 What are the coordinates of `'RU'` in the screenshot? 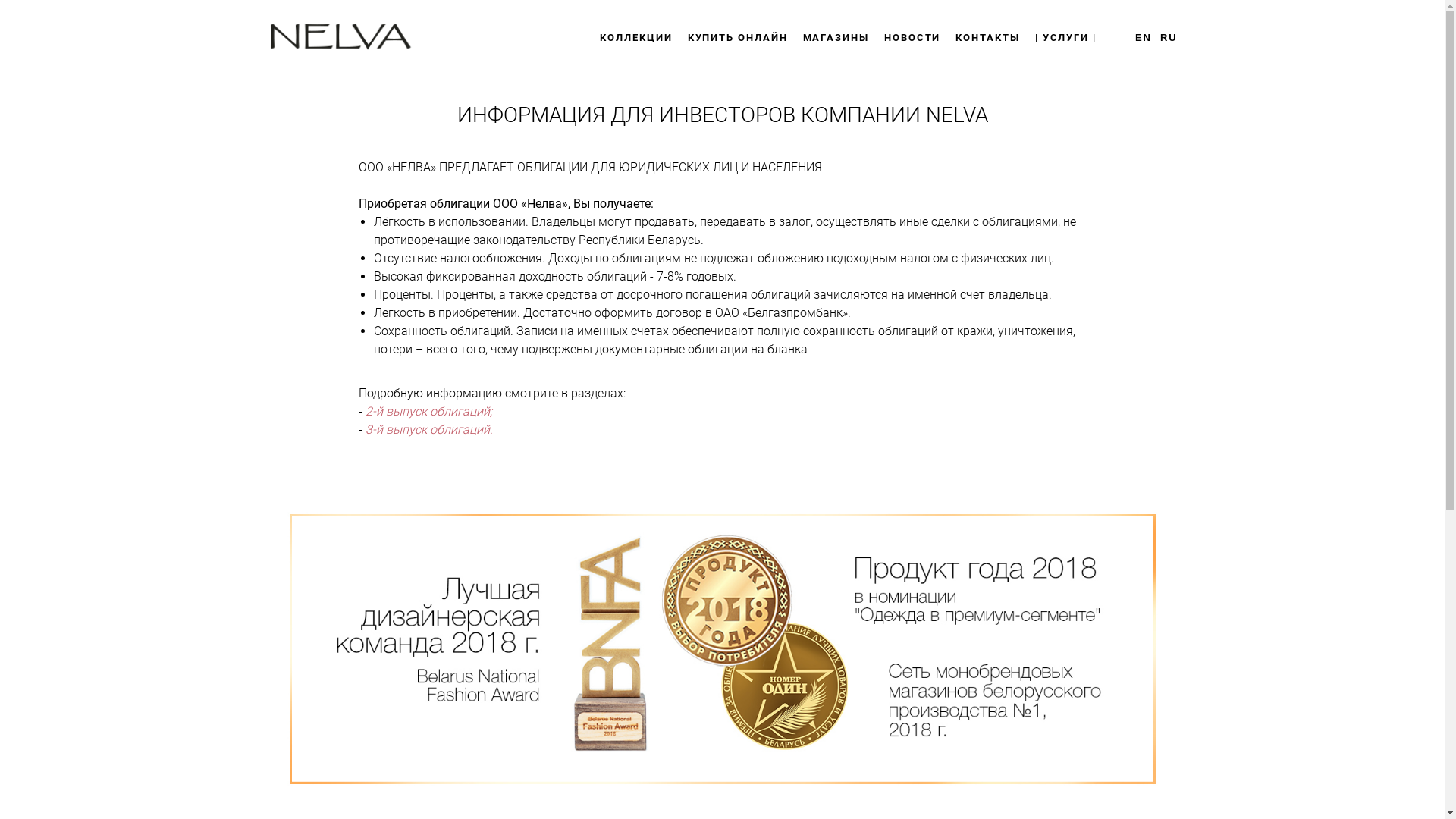 It's located at (1168, 36).